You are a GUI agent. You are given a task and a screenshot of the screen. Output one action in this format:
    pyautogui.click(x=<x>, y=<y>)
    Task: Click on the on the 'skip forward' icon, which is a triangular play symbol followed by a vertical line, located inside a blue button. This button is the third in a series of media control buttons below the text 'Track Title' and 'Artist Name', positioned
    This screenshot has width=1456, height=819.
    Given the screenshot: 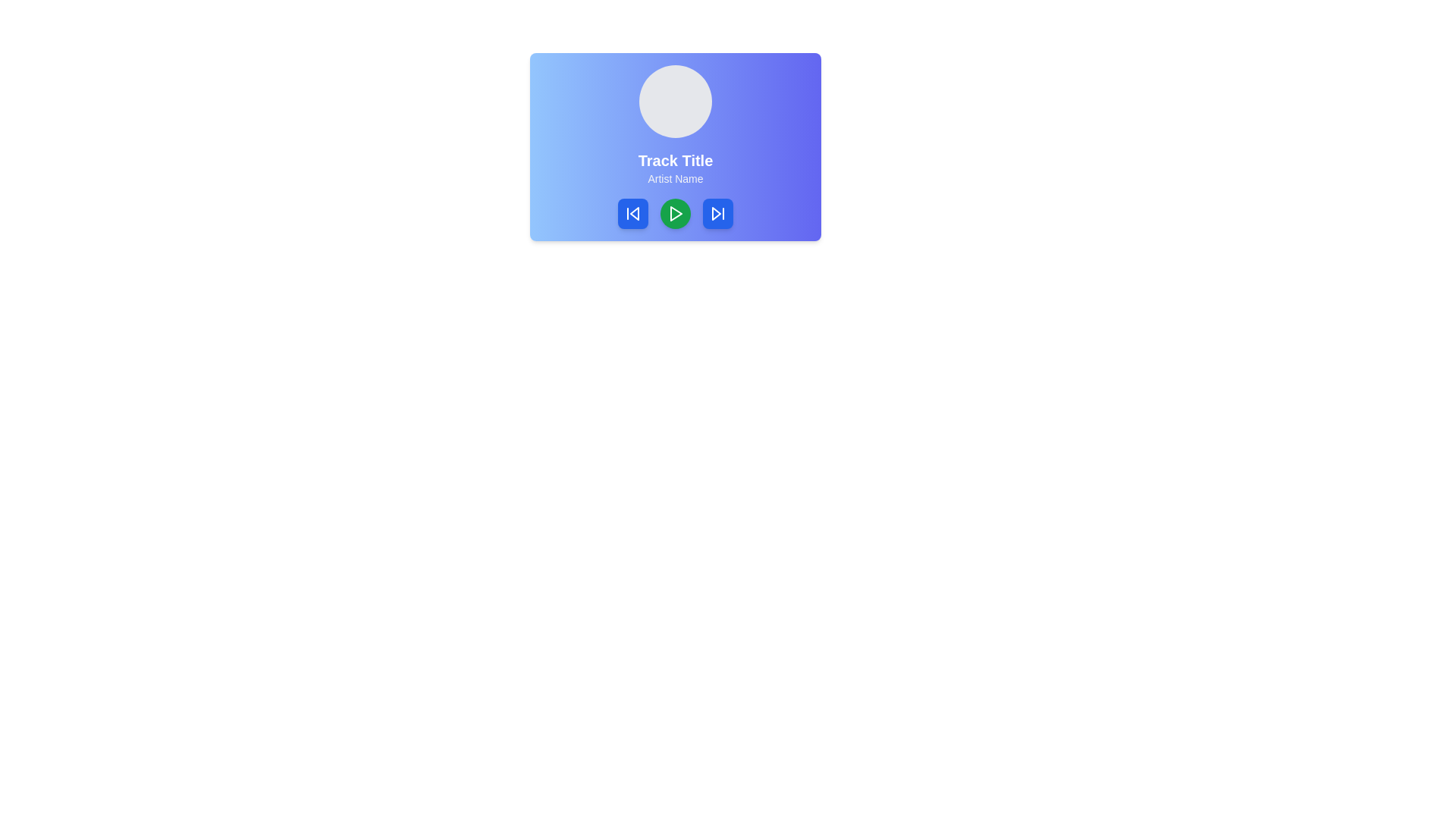 What is the action you would take?
    pyautogui.click(x=717, y=213)
    